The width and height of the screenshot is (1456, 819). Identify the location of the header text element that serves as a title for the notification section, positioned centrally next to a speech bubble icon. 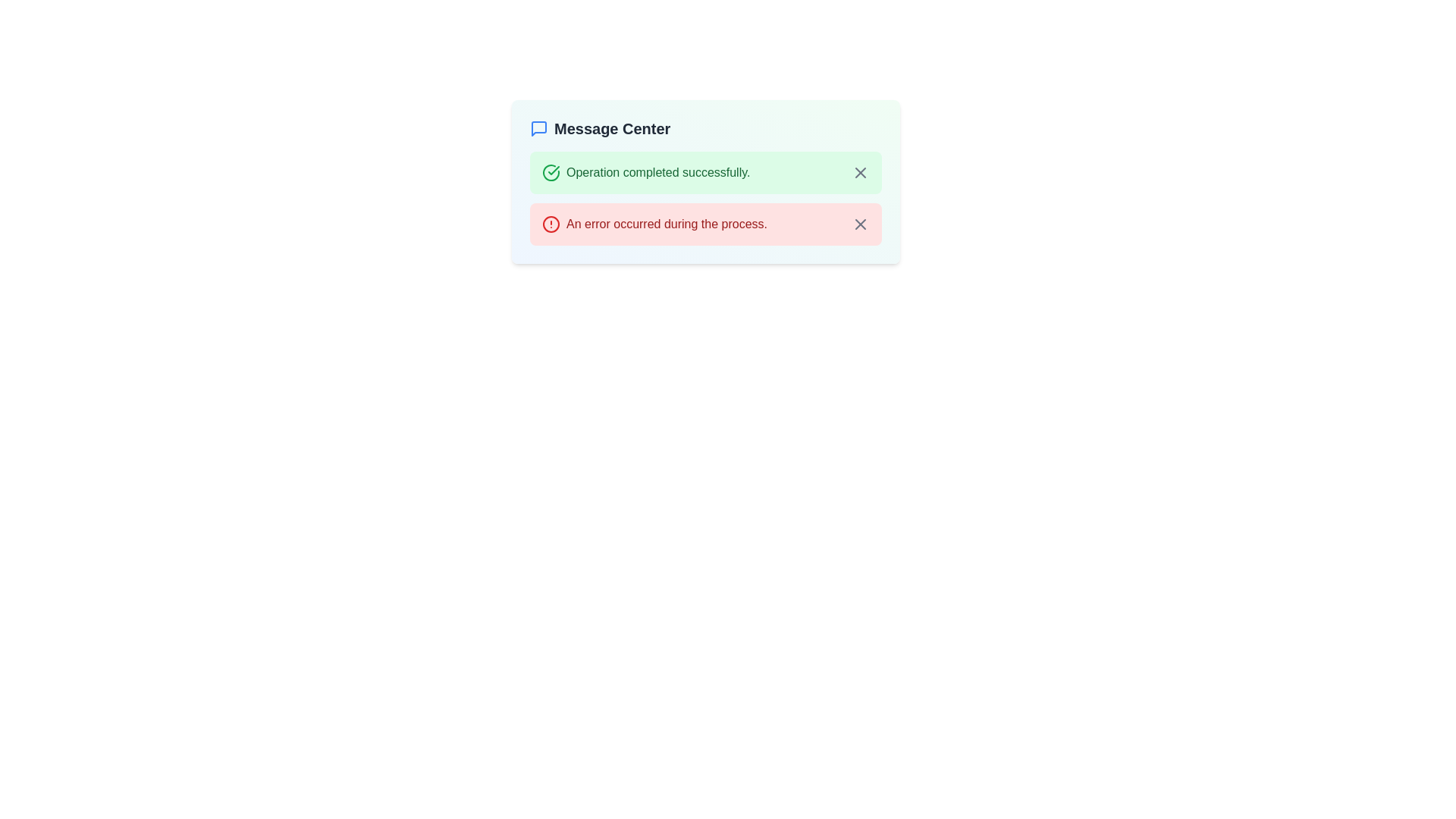
(612, 127).